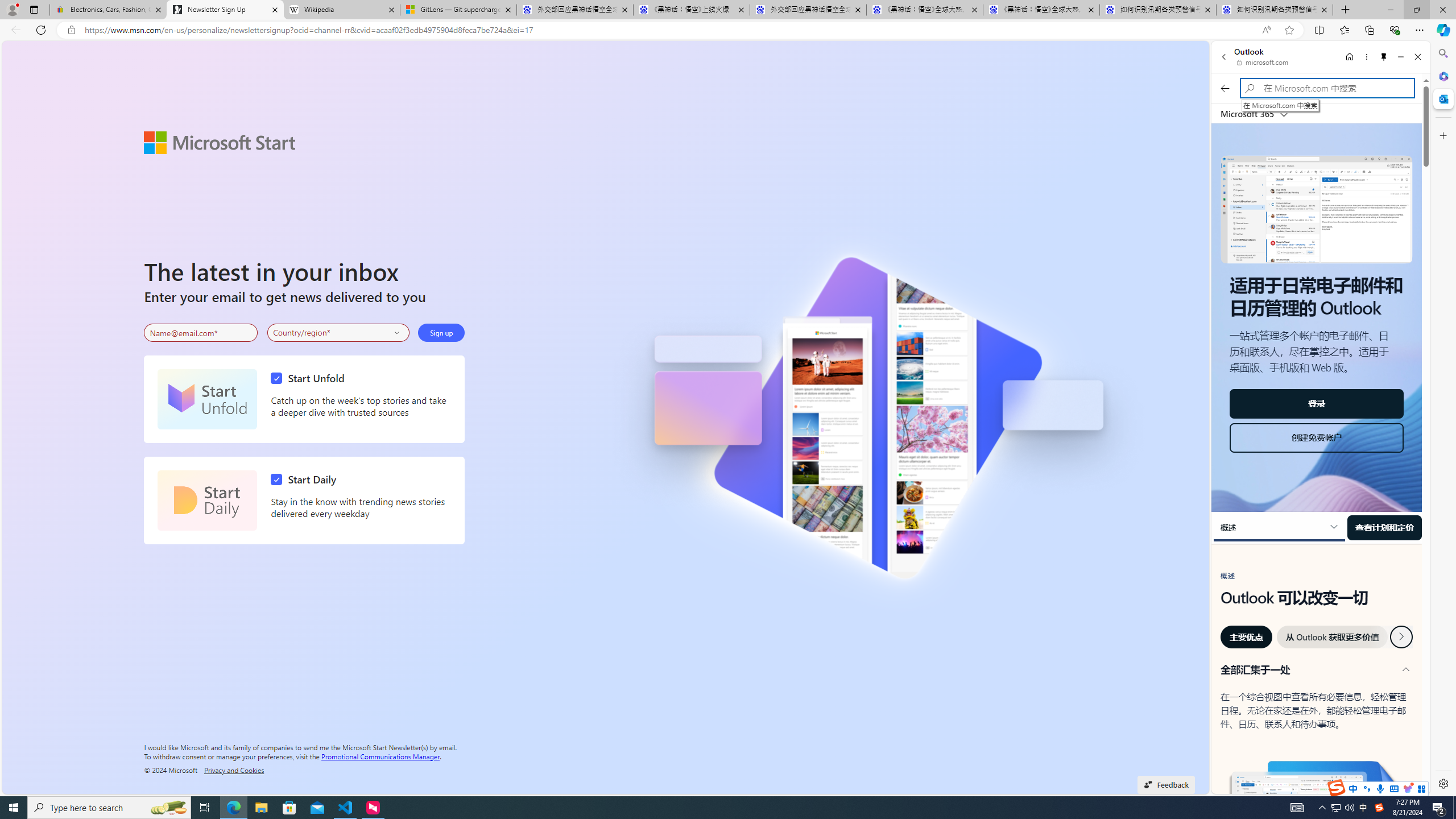 The image size is (1456, 819). What do you see at coordinates (71, 30) in the screenshot?
I see `'View site information'` at bounding box center [71, 30].